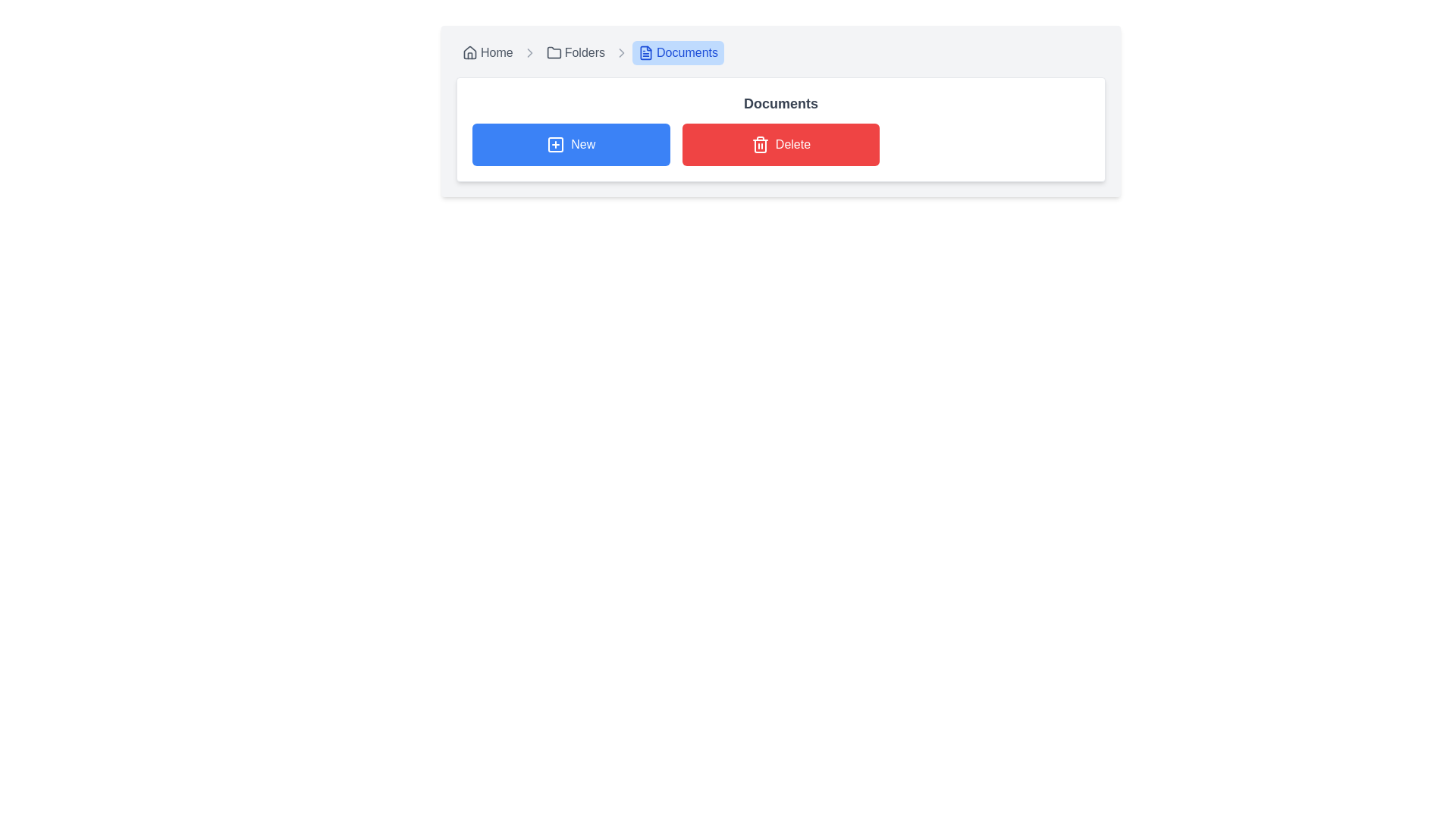  Describe the element at coordinates (646, 52) in the screenshot. I see `the 'Documents' icon in the breadcrumb navigation located in the header section, positioned to the right of 'Home' and 'Folders'` at that location.